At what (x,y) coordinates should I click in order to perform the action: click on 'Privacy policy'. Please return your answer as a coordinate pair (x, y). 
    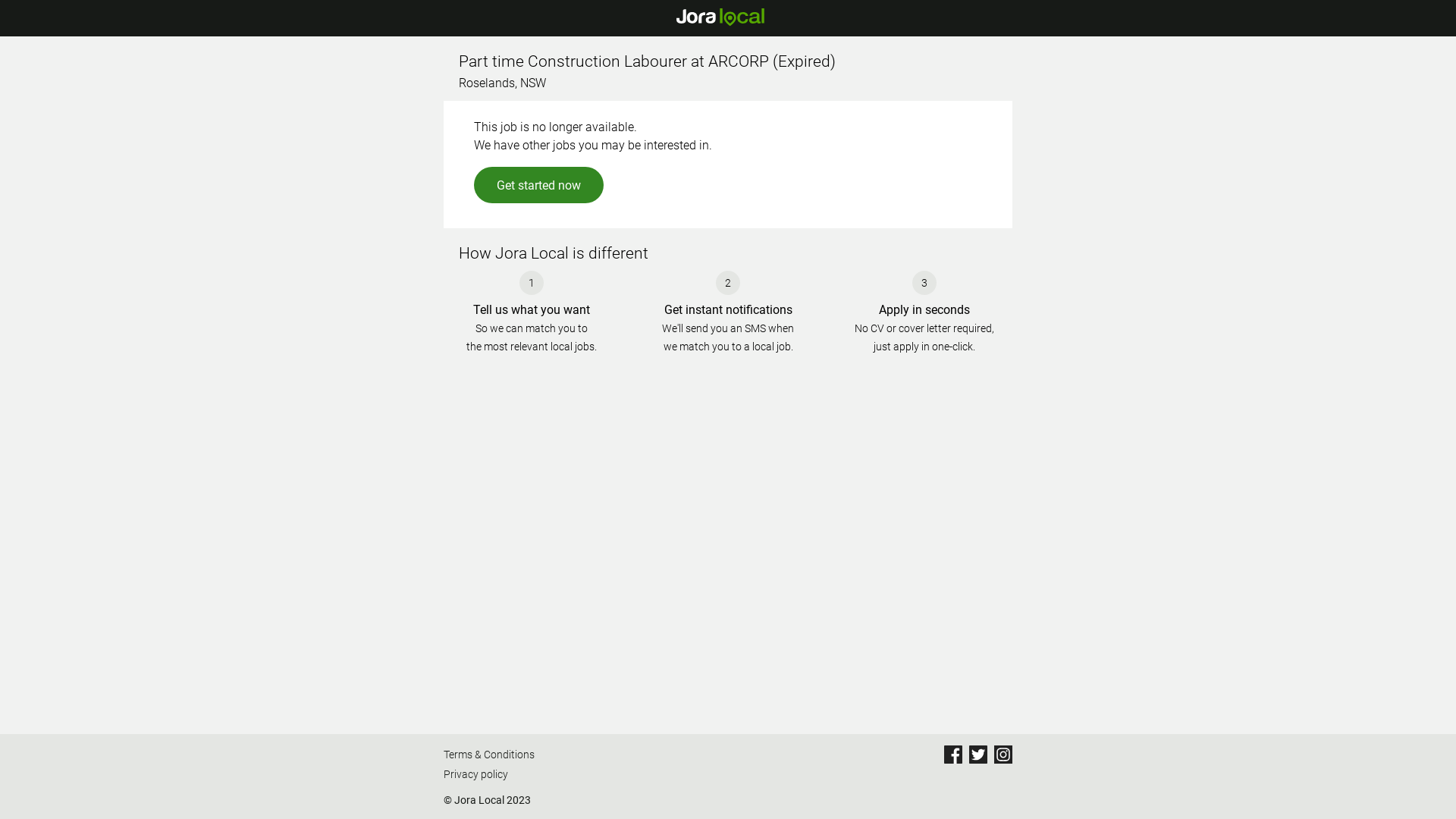
    Looking at the image, I should click on (443, 775).